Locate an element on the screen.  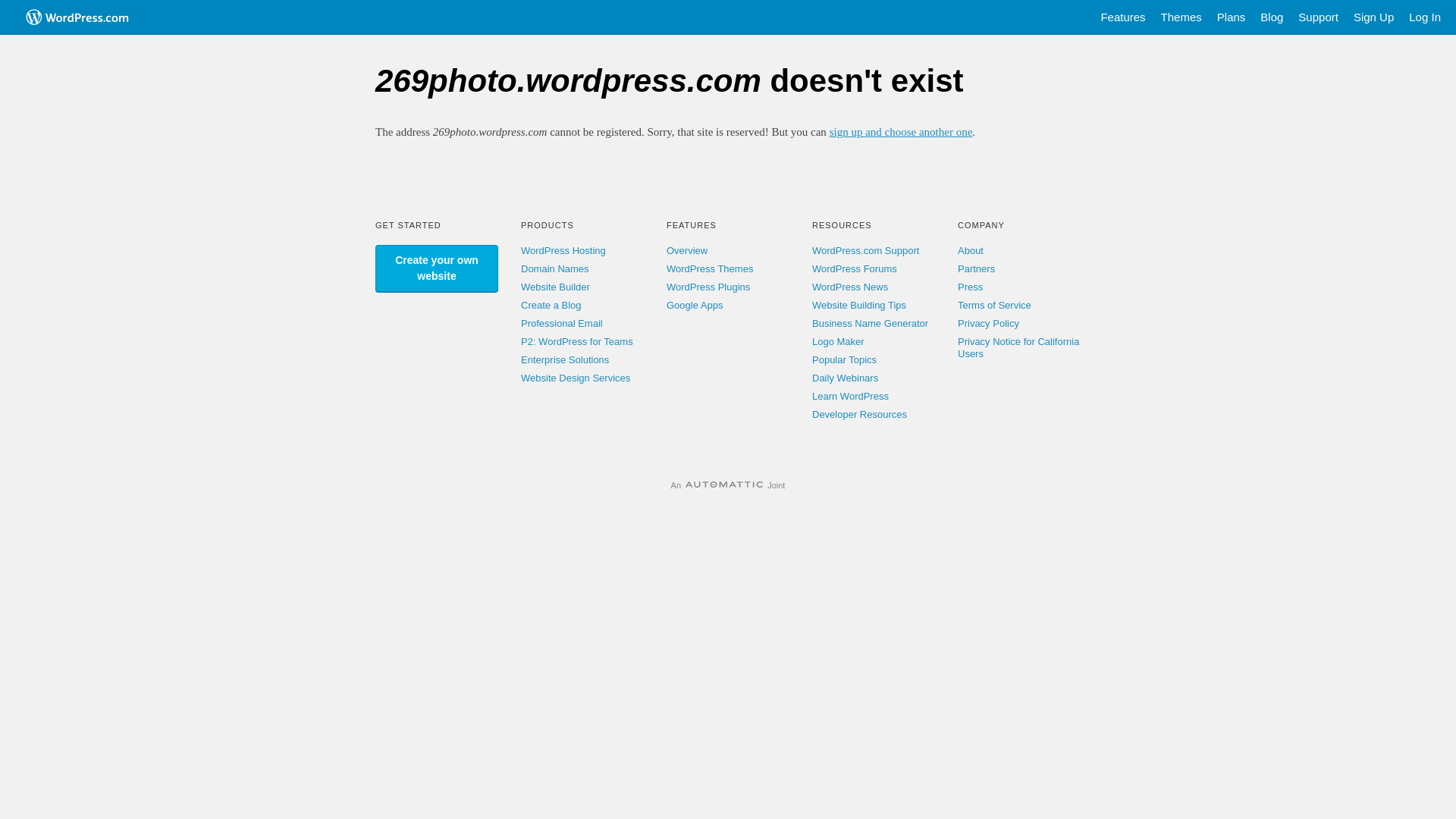
'WordPress Forums' is located at coordinates (855, 268).